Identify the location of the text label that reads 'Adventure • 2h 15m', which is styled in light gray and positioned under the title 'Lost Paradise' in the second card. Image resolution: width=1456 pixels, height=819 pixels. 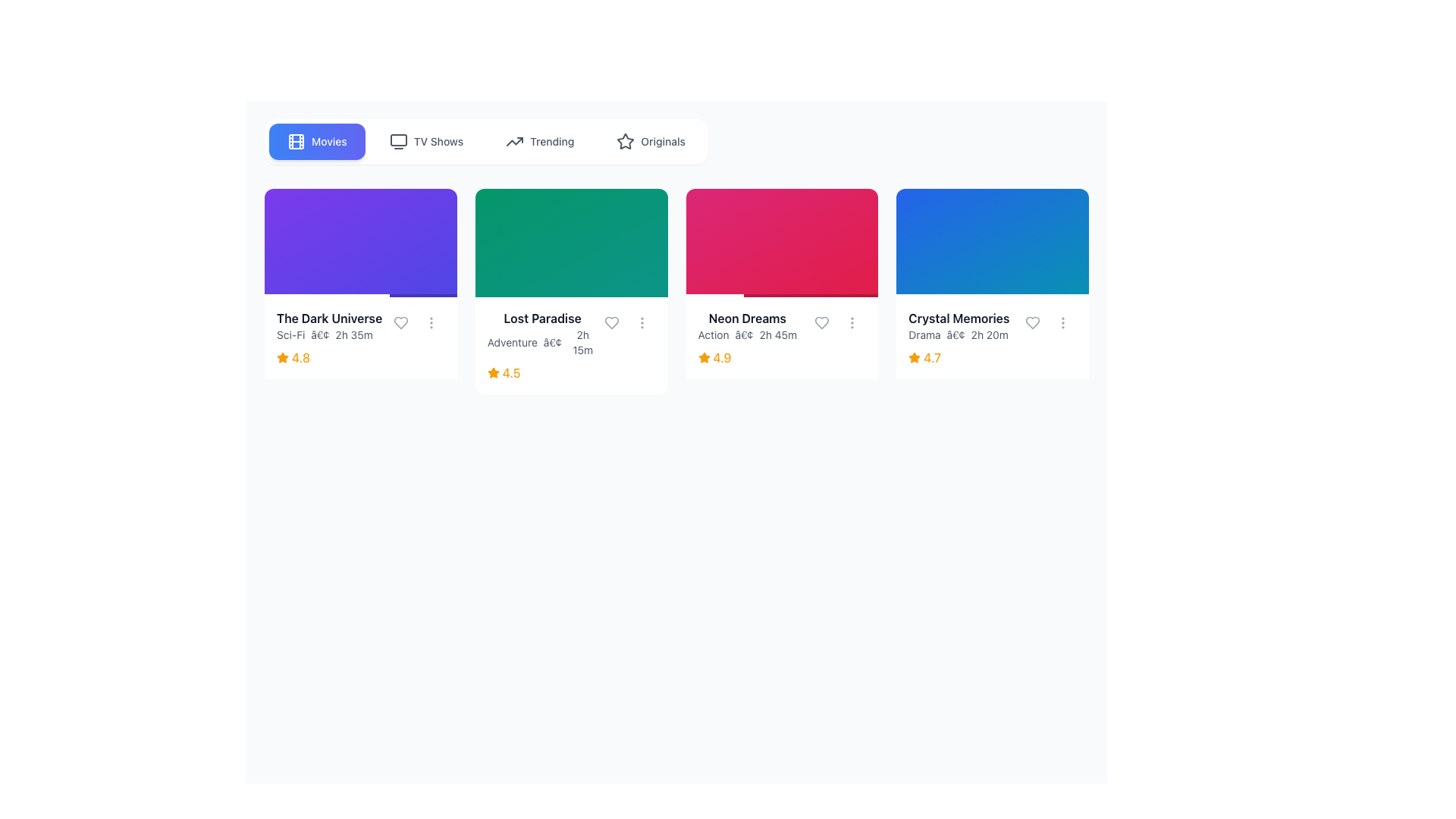
(542, 342).